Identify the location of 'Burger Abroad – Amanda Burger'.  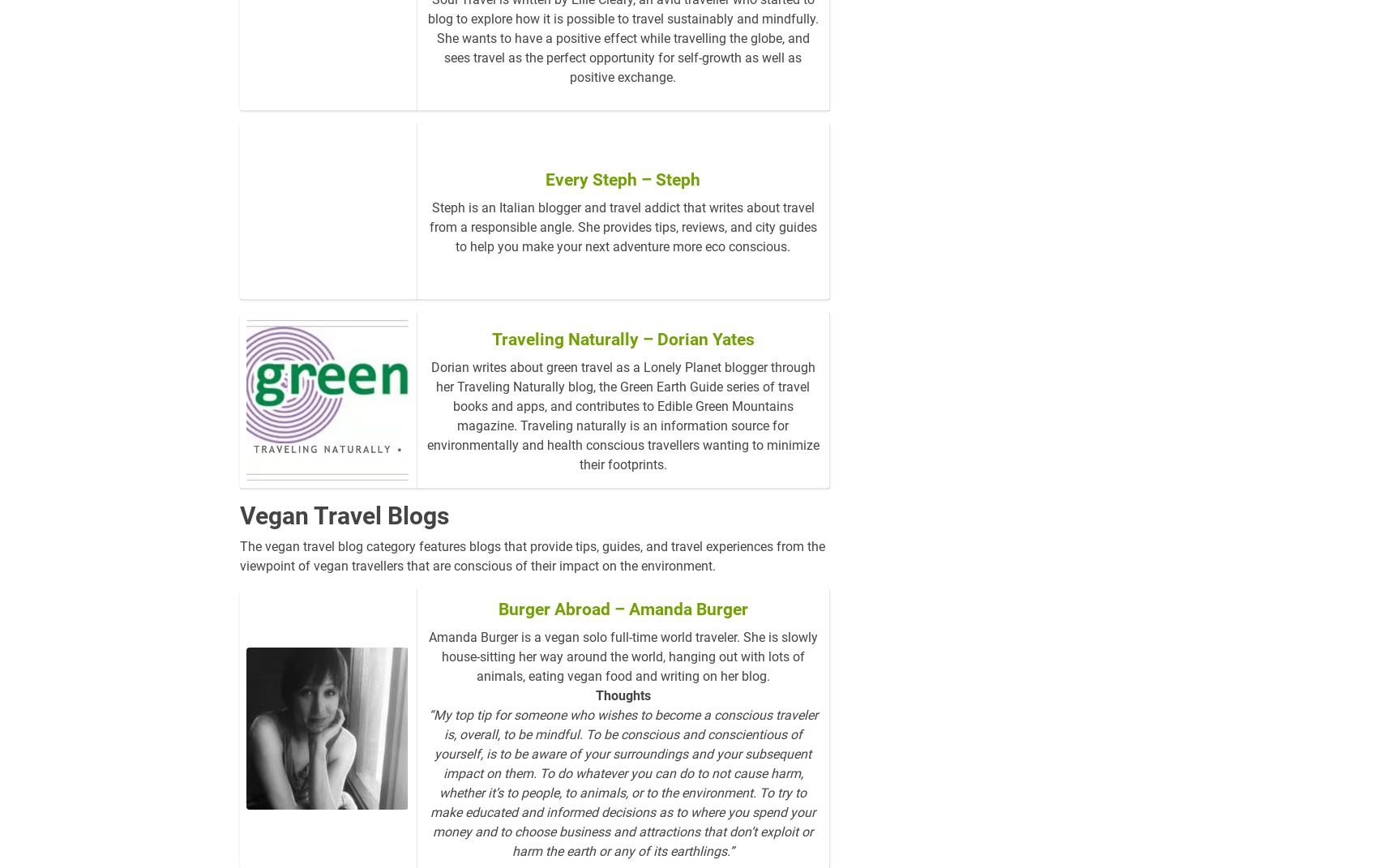
(477, 634).